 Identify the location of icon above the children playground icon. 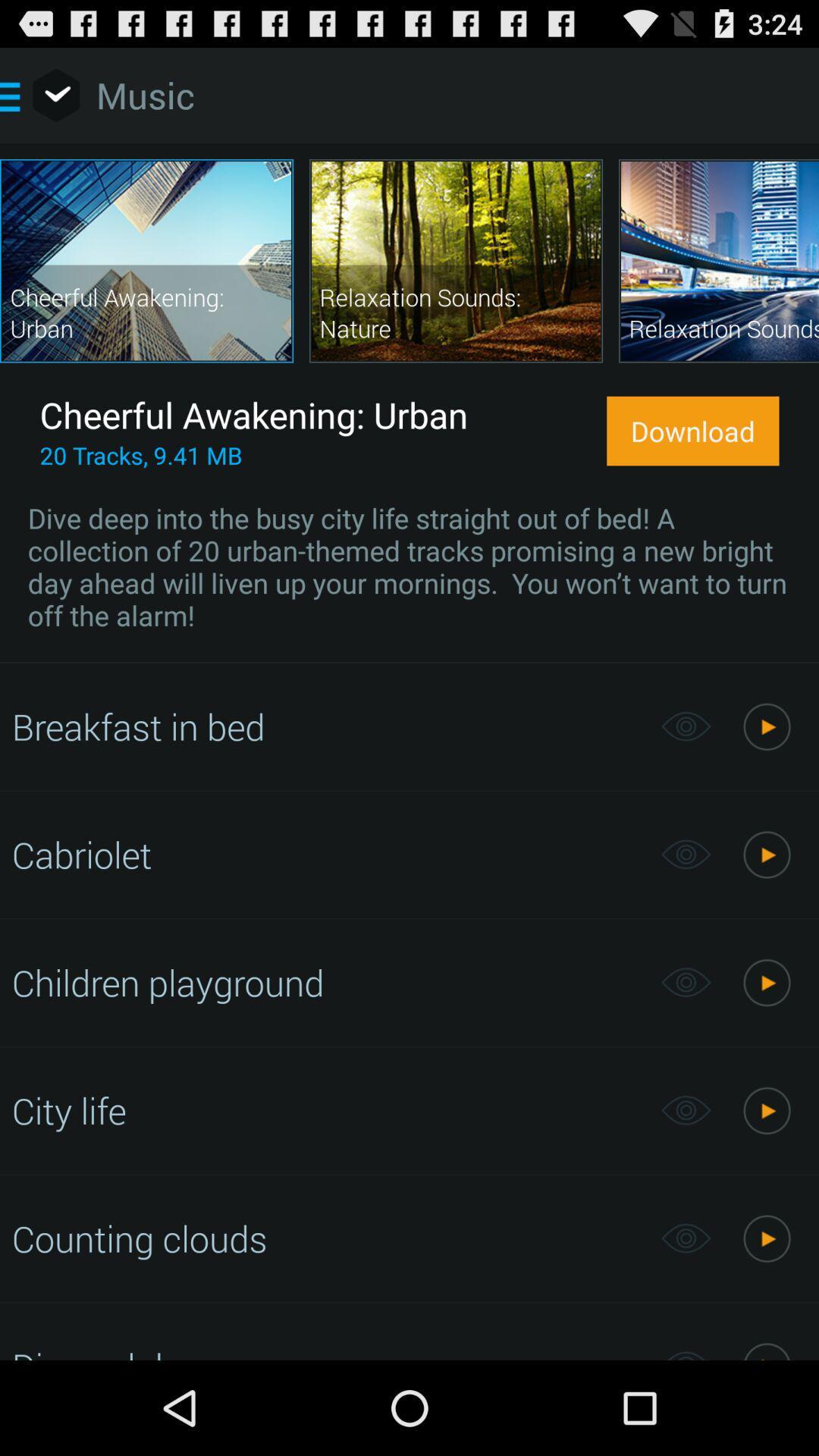
(328, 854).